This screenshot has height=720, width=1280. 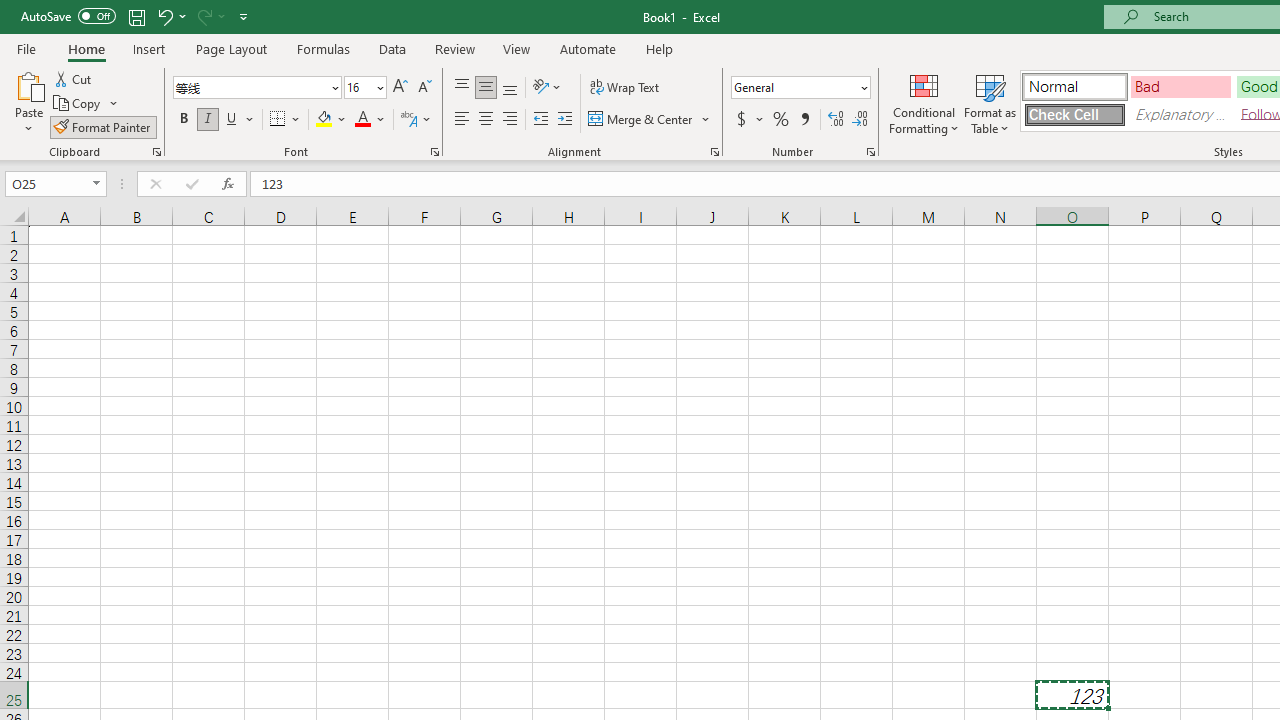 What do you see at coordinates (28, 84) in the screenshot?
I see `'Paste'` at bounding box center [28, 84].